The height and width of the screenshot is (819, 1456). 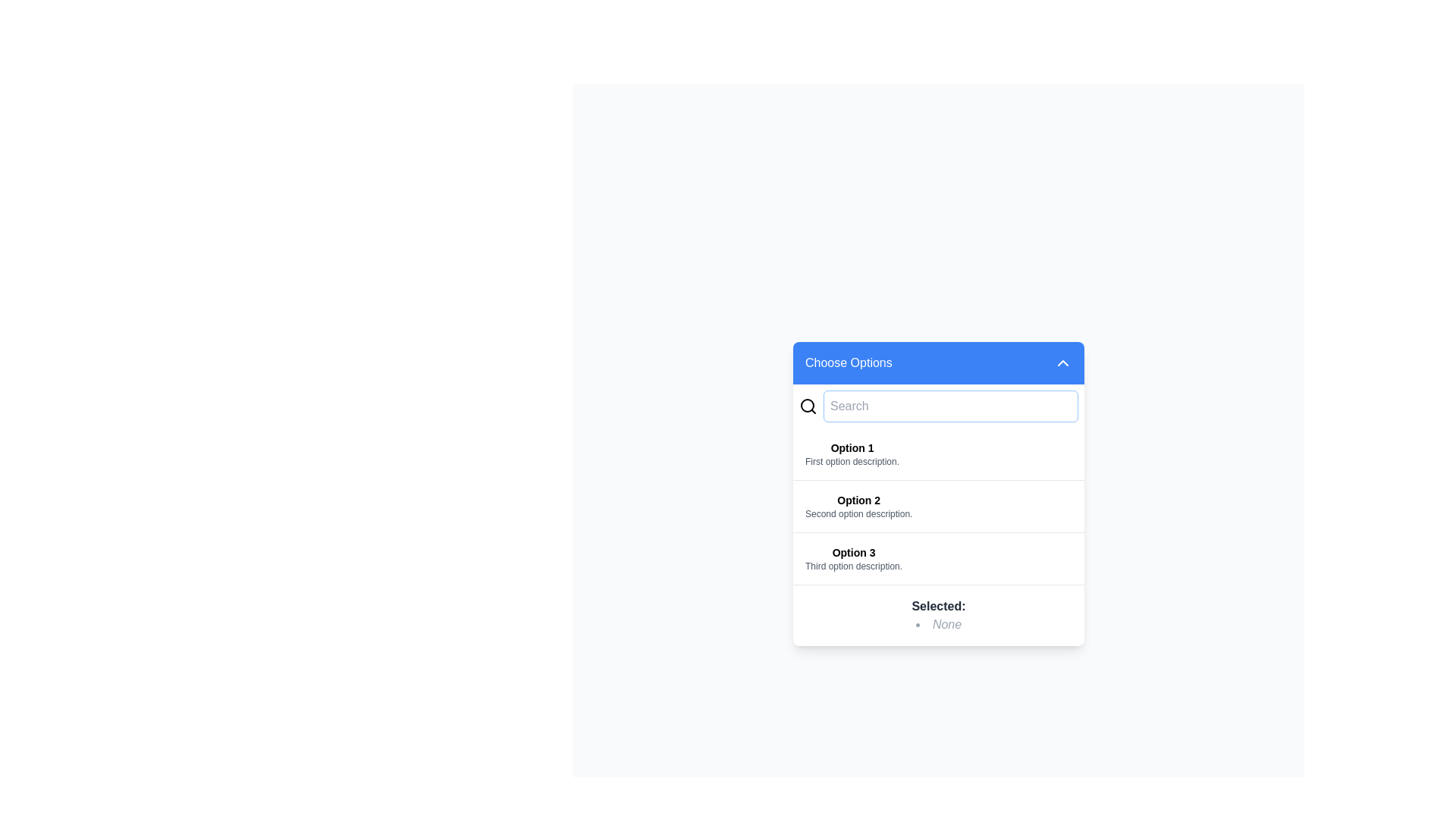 I want to click on descriptive text label that provides additional information about the 'Option 2' category, located directly below the bold 'Option 2' label, so click(x=858, y=513).